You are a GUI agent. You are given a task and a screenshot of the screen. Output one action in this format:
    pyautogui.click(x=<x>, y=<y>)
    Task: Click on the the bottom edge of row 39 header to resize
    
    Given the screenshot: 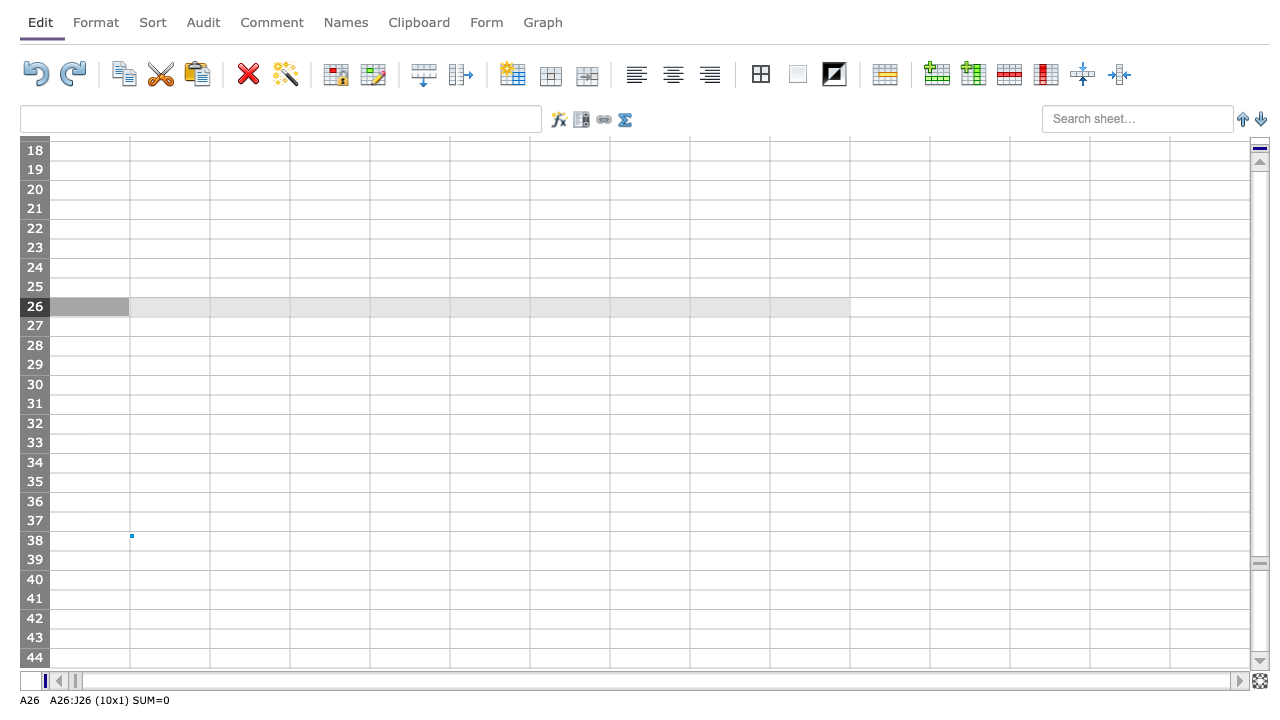 What is the action you would take?
    pyautogui.click(x=34, y=570)
    